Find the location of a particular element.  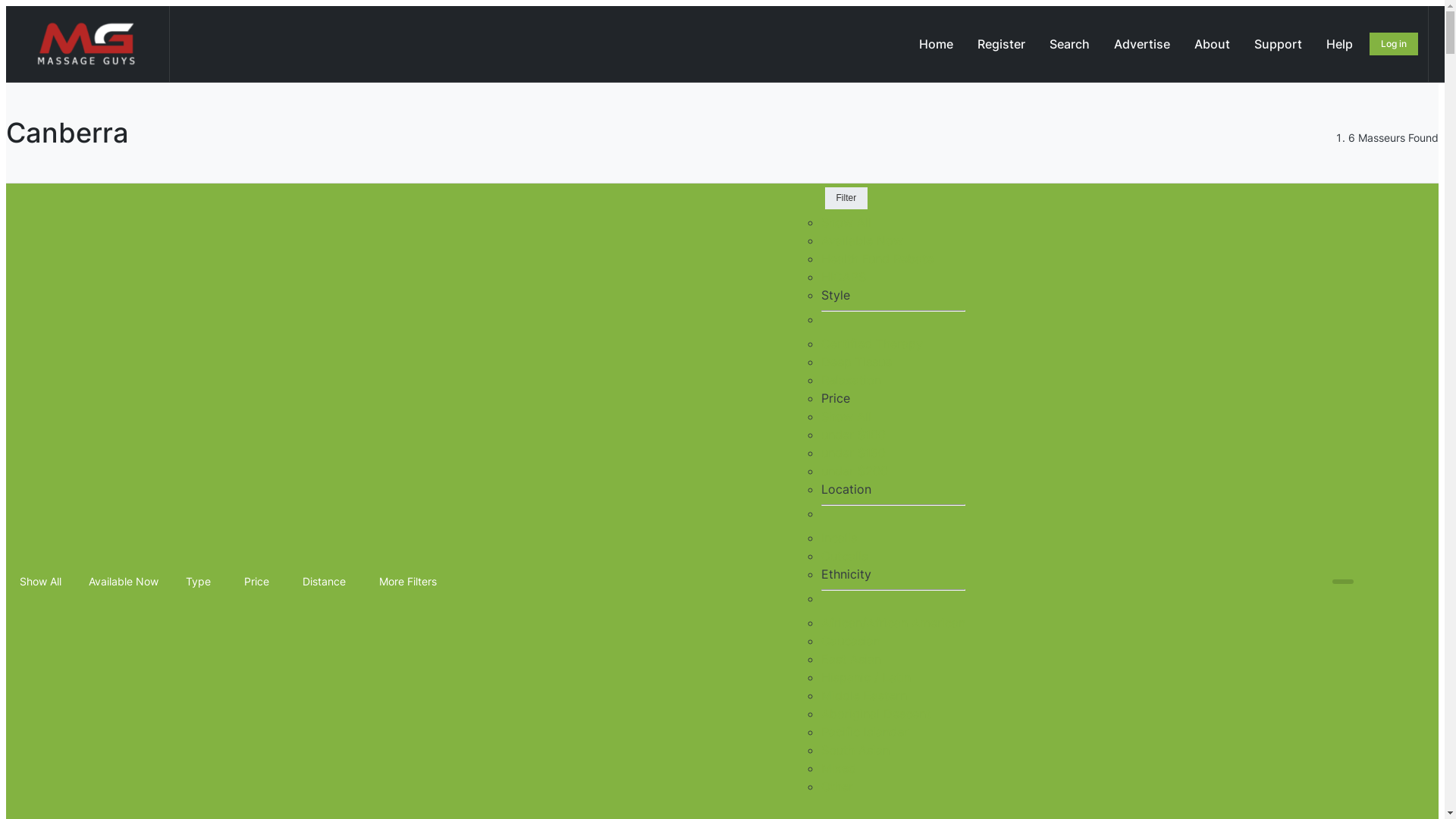

'Register' is located at coordinates (1001, 42).